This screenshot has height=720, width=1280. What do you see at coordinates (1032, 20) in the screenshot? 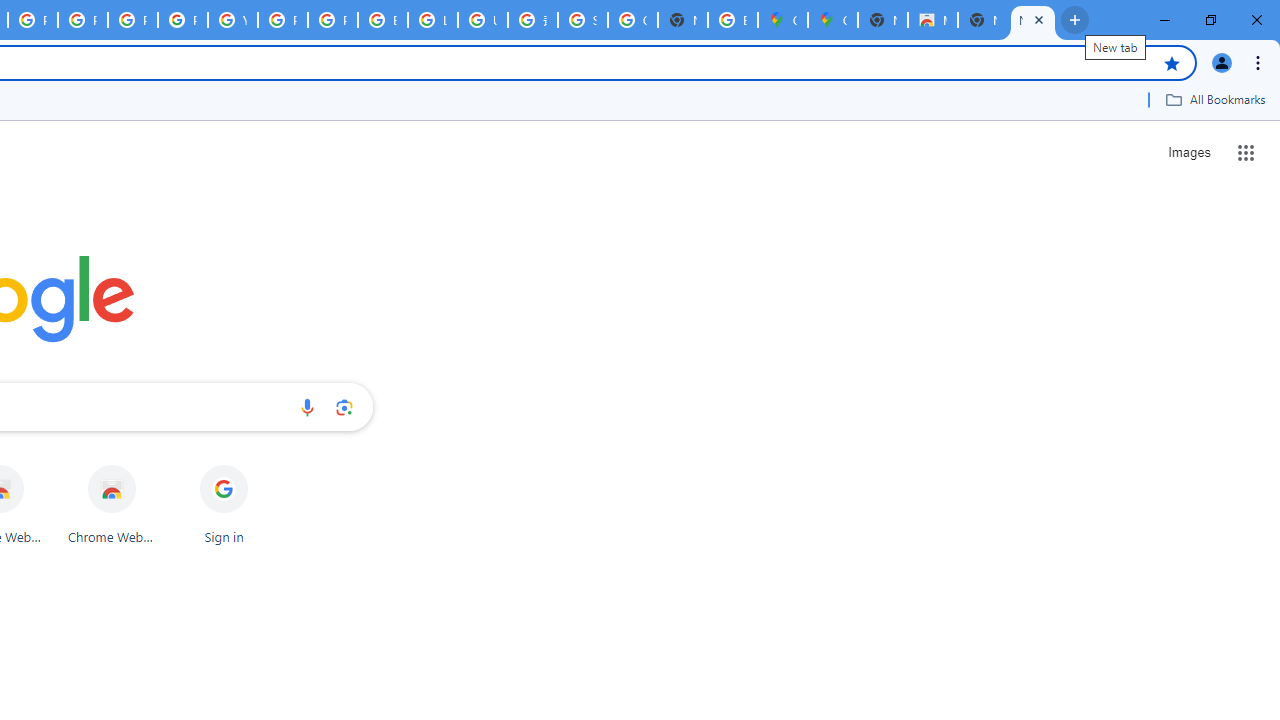
I see `'New Tab'` at bounding box center [1032, 20].